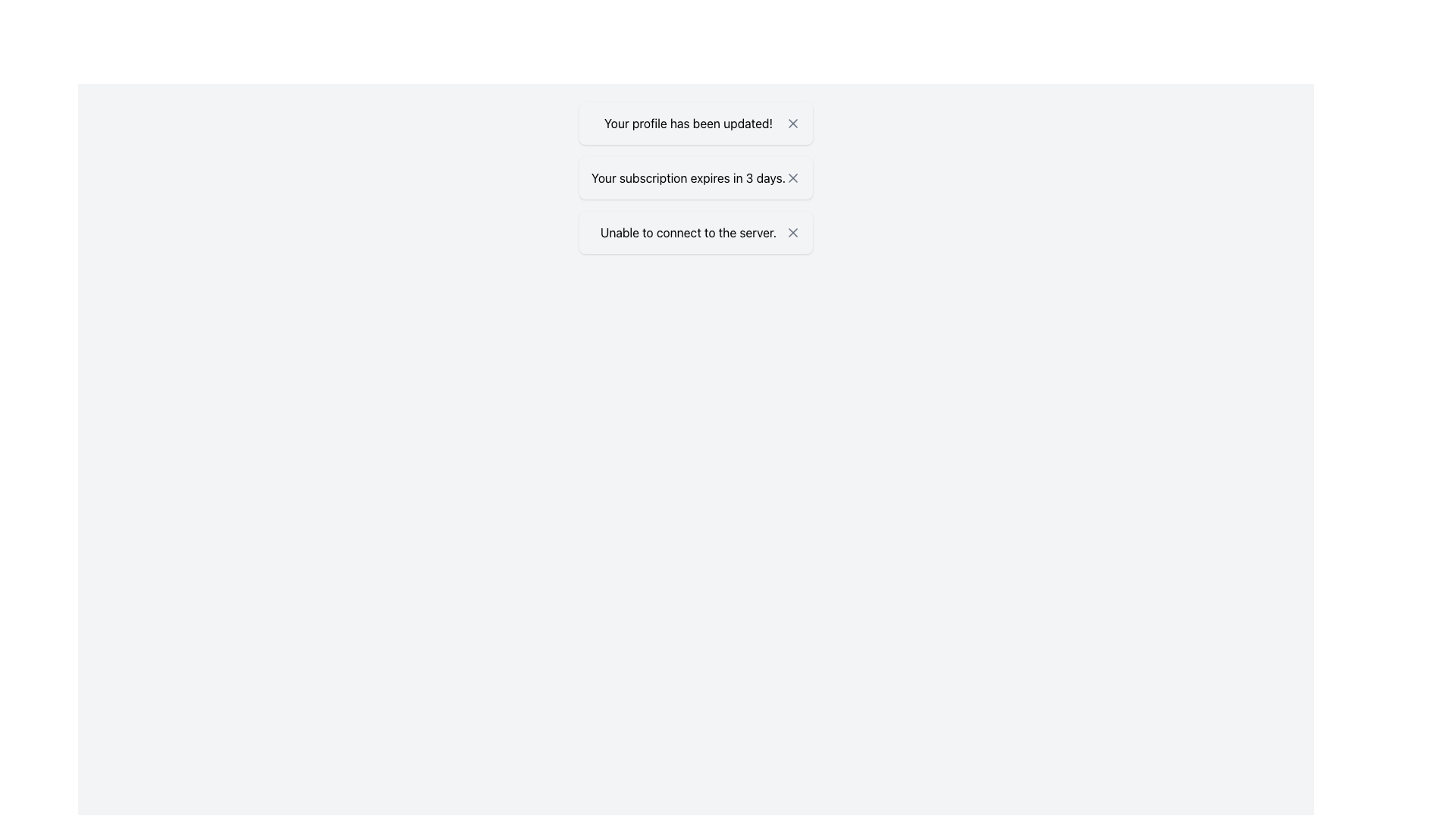 The width and height of the screenshot is (1456, 819). I want to click on the close button SVG icon located on the far-right edge of the second notification, so click(792, 177).